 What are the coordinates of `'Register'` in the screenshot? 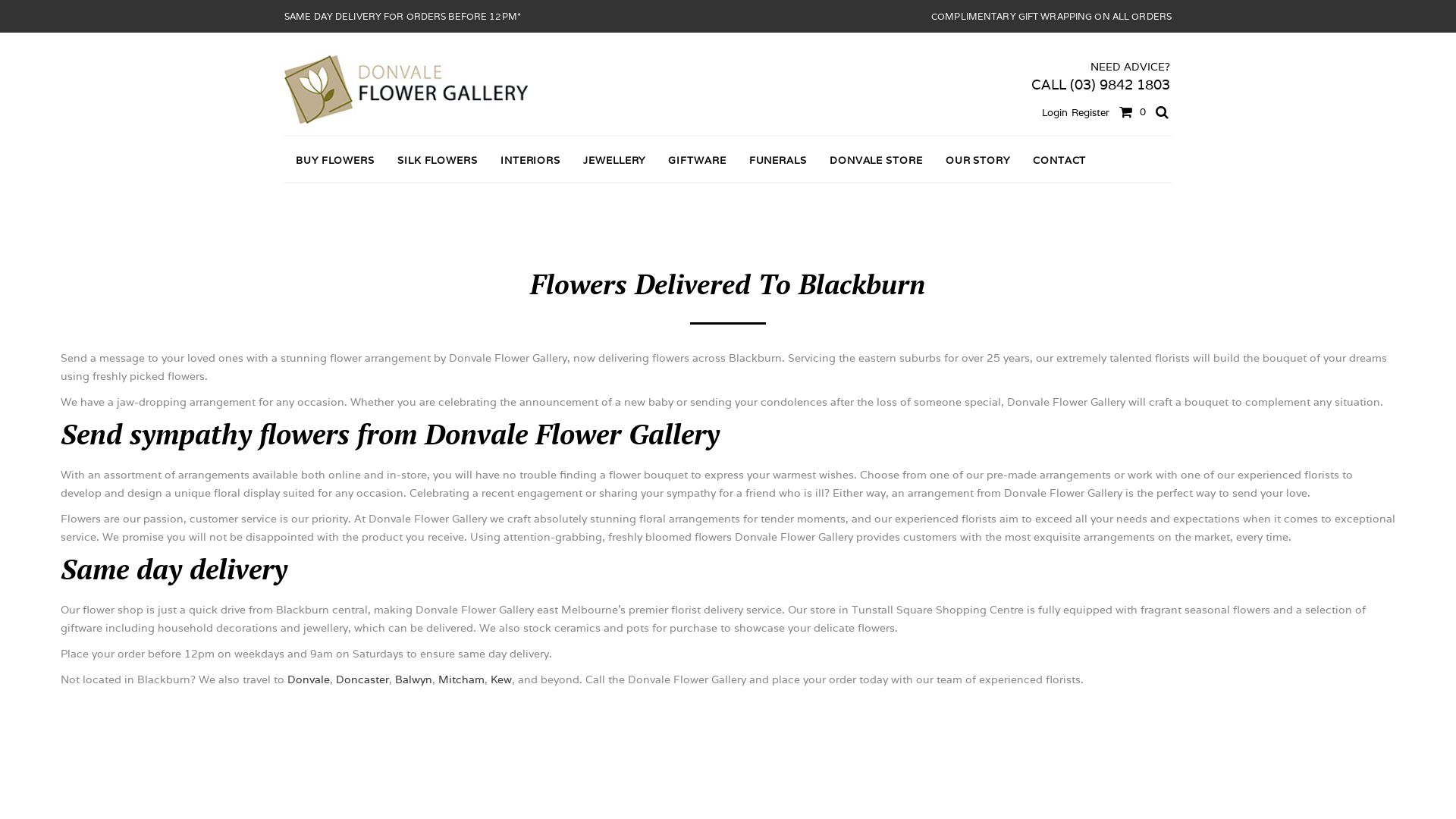 It's located at (1090, 111).